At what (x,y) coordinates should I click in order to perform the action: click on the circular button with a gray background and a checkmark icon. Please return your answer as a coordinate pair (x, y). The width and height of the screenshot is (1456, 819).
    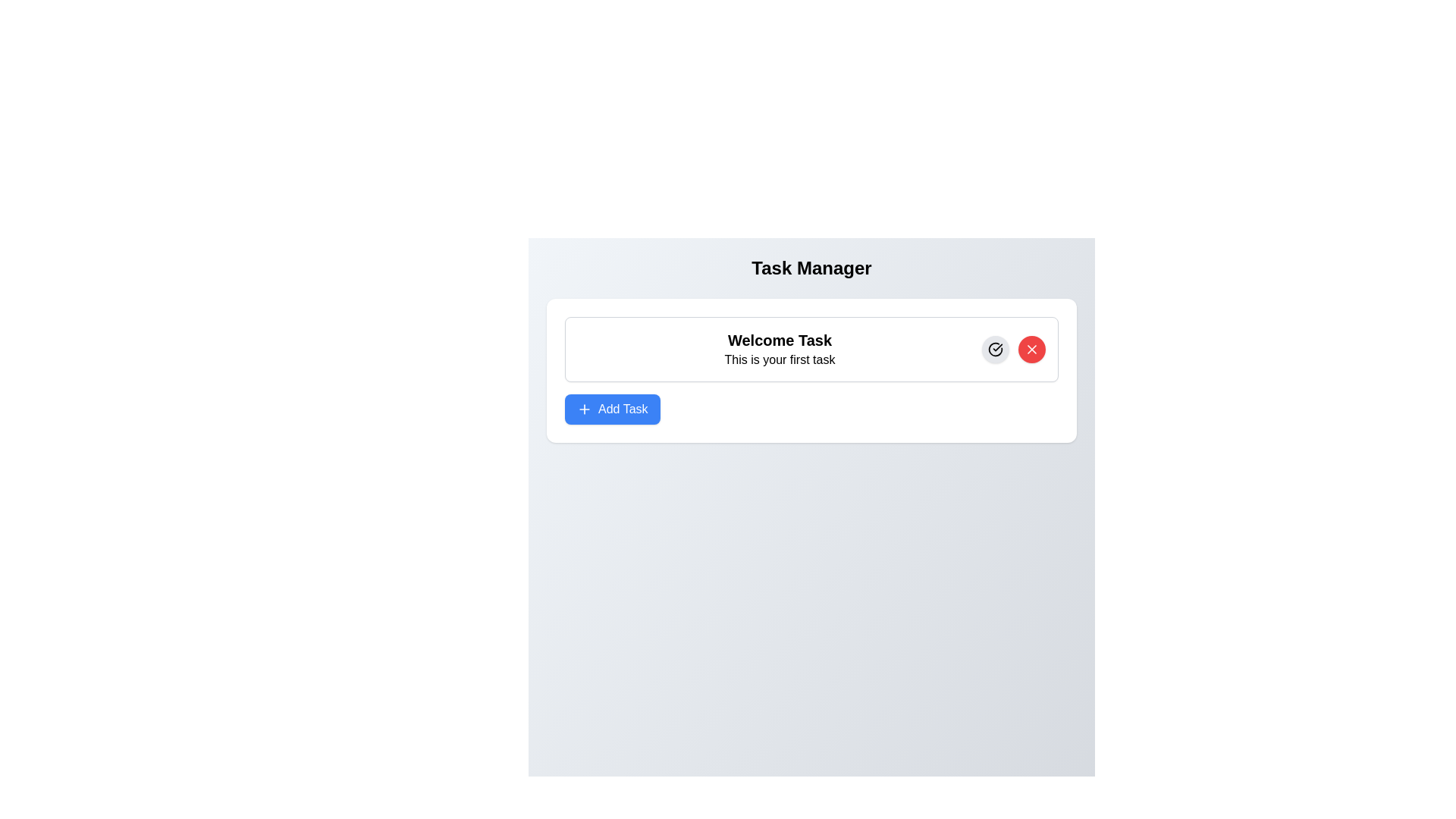
    Looking at the image, I should click on (996, 350).